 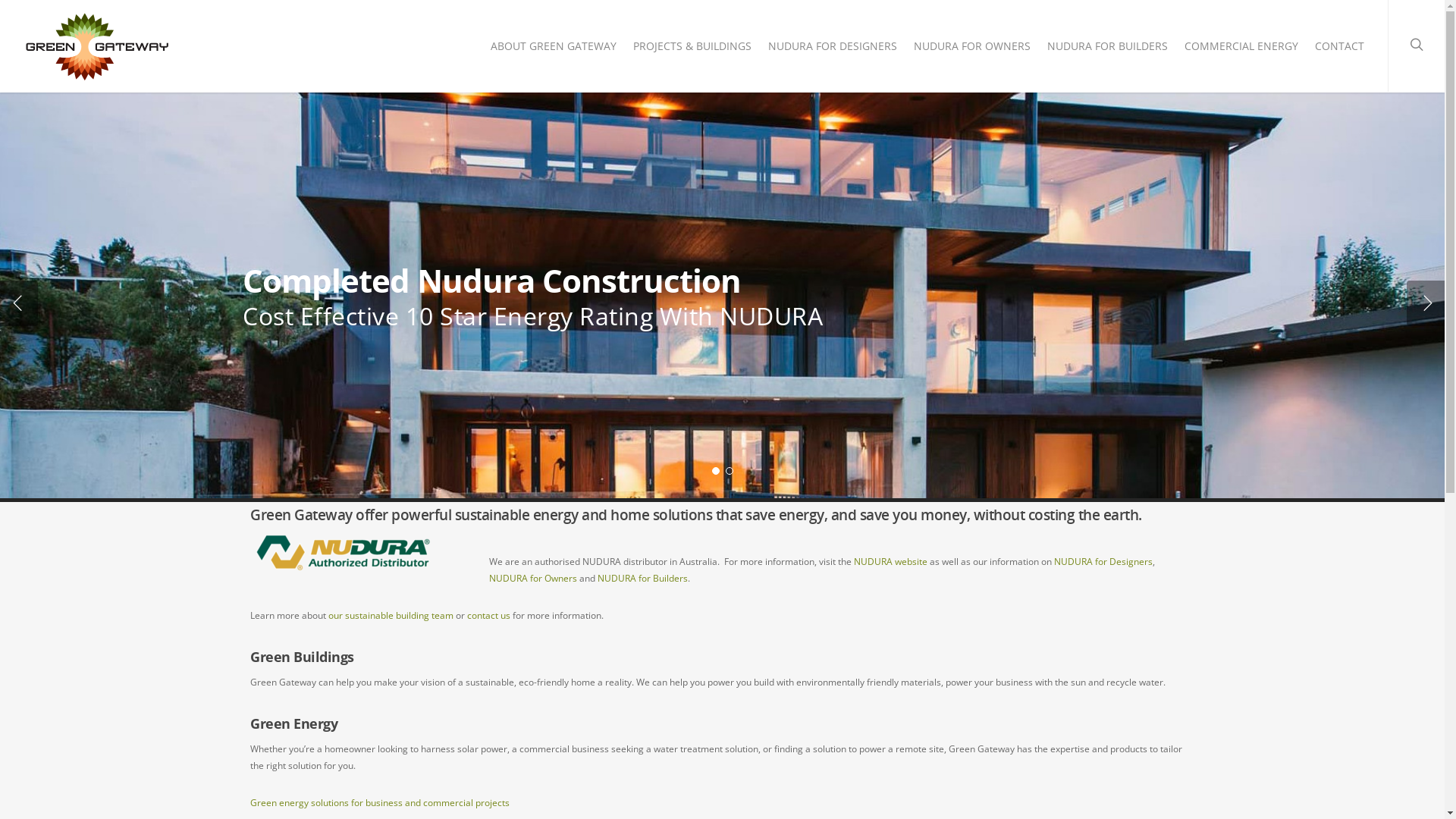 I want to click on 'NUDURA website', so click(x=890, y=561).